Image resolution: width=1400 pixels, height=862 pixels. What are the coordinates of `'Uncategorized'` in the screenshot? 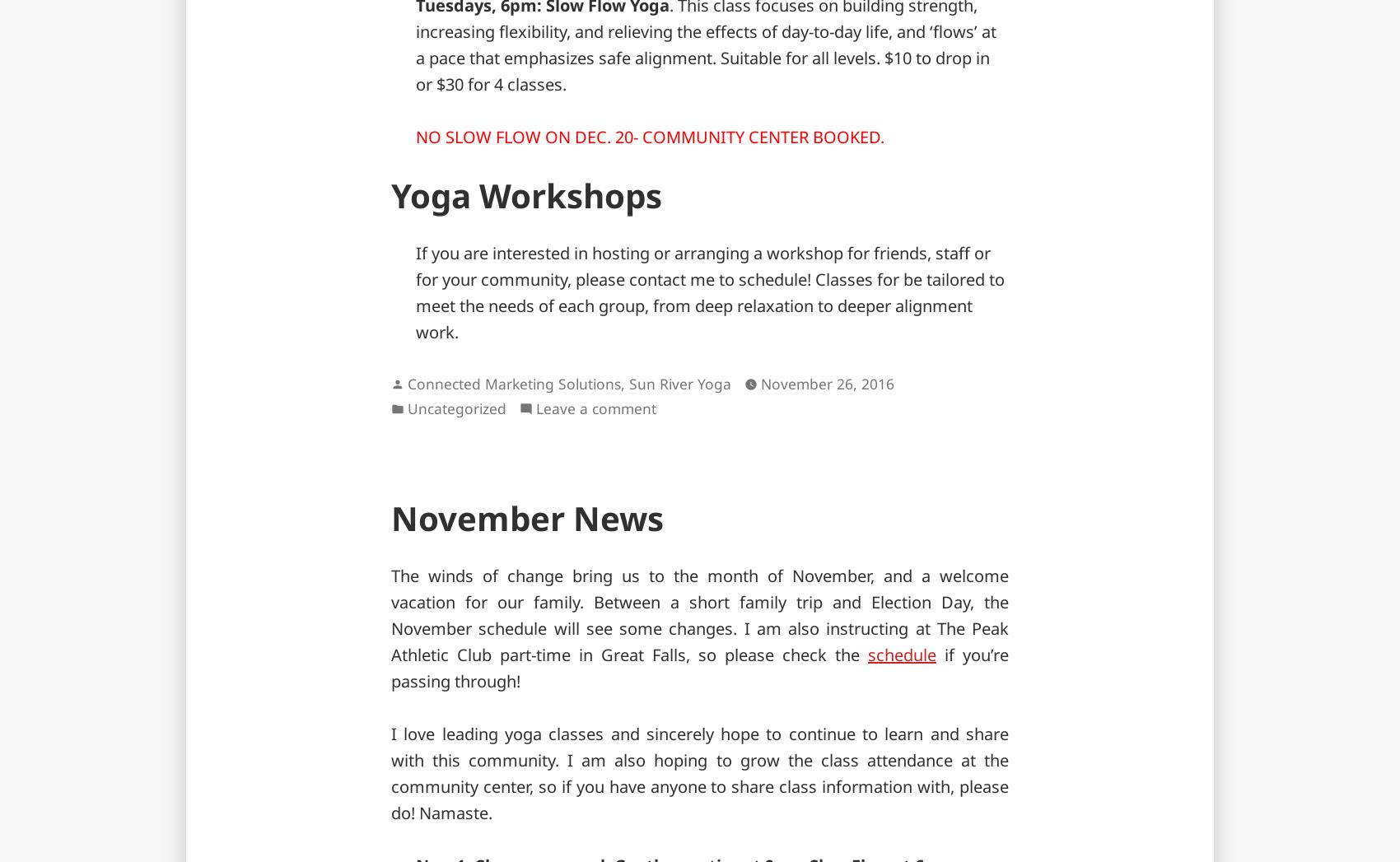 It's located at (408, 407).